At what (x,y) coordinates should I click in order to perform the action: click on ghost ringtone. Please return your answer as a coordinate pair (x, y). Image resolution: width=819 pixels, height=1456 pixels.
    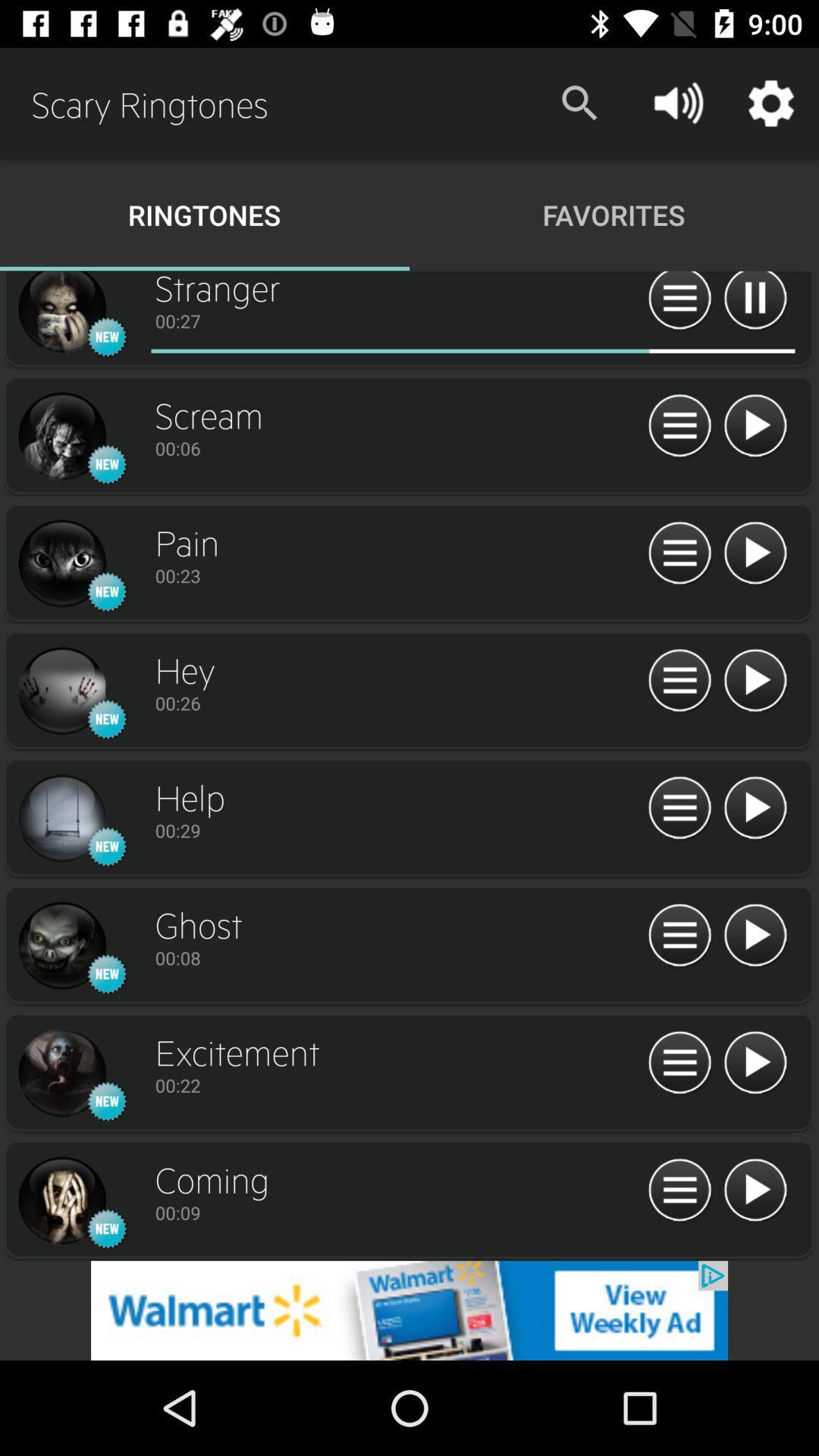
    Looking at the image, I should click on (755, 935).